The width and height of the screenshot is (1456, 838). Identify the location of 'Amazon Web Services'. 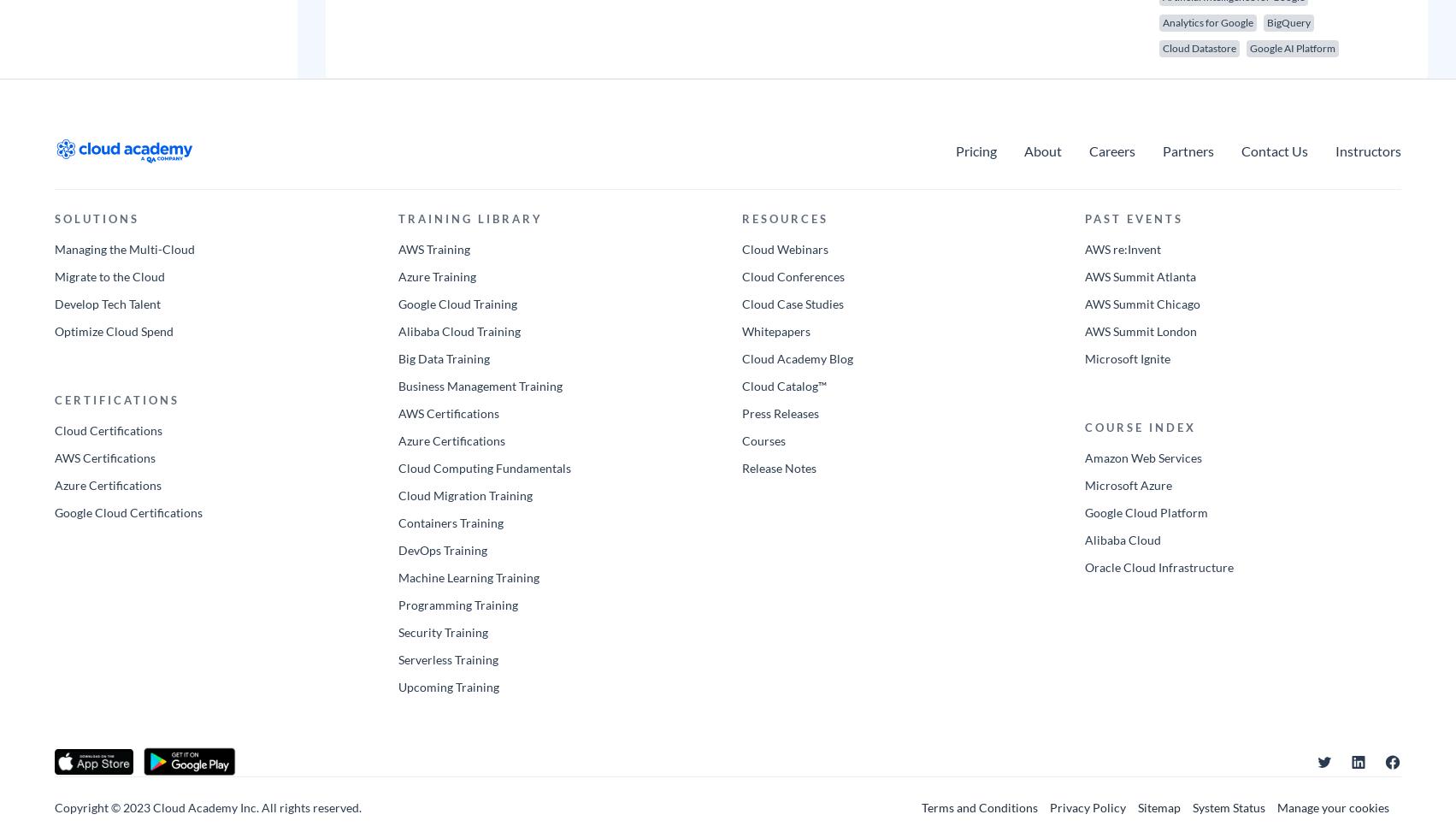
(1142, 457).